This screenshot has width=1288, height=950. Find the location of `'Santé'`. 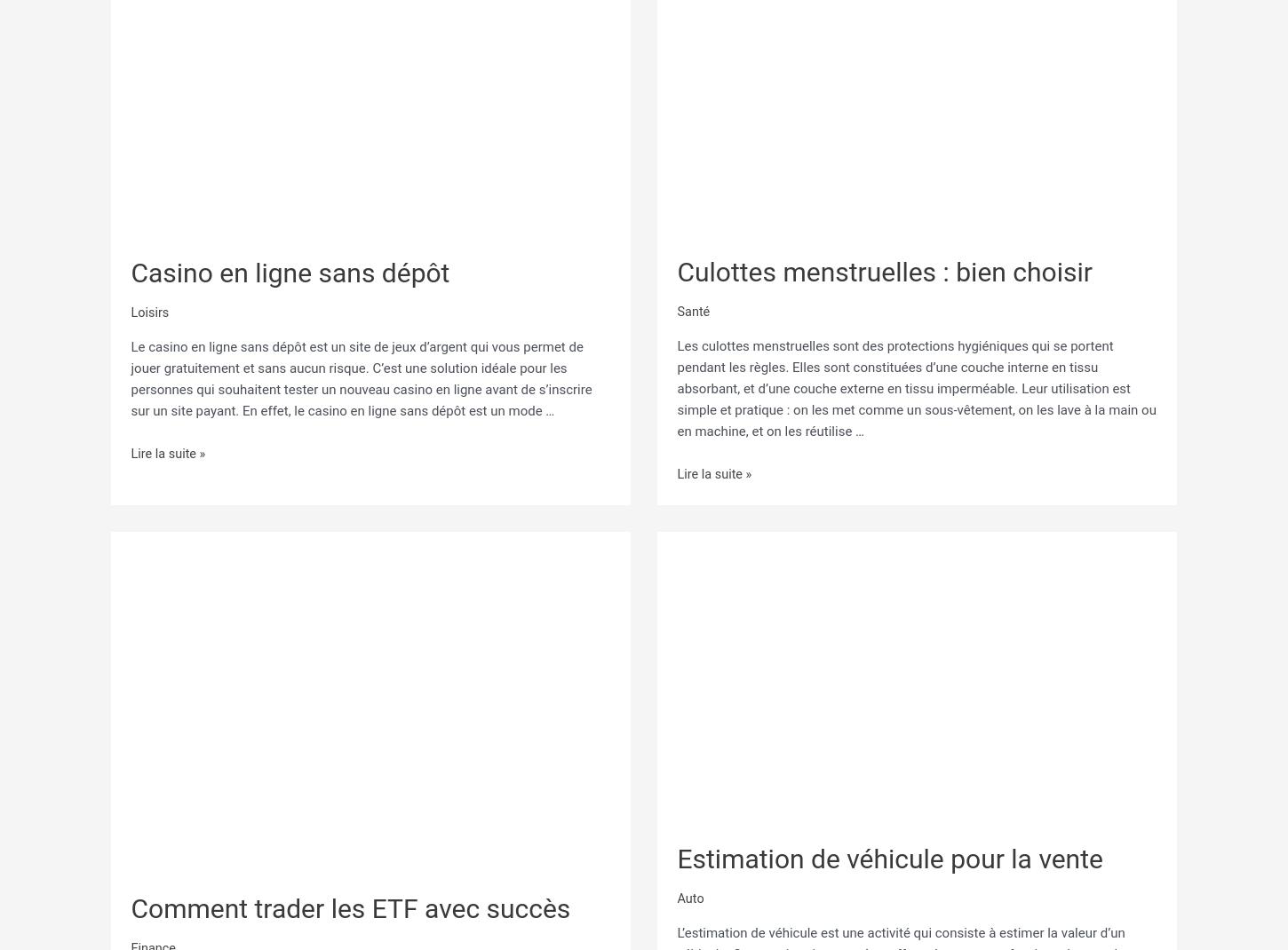

'Santé' is located at coordinates (693, 307).